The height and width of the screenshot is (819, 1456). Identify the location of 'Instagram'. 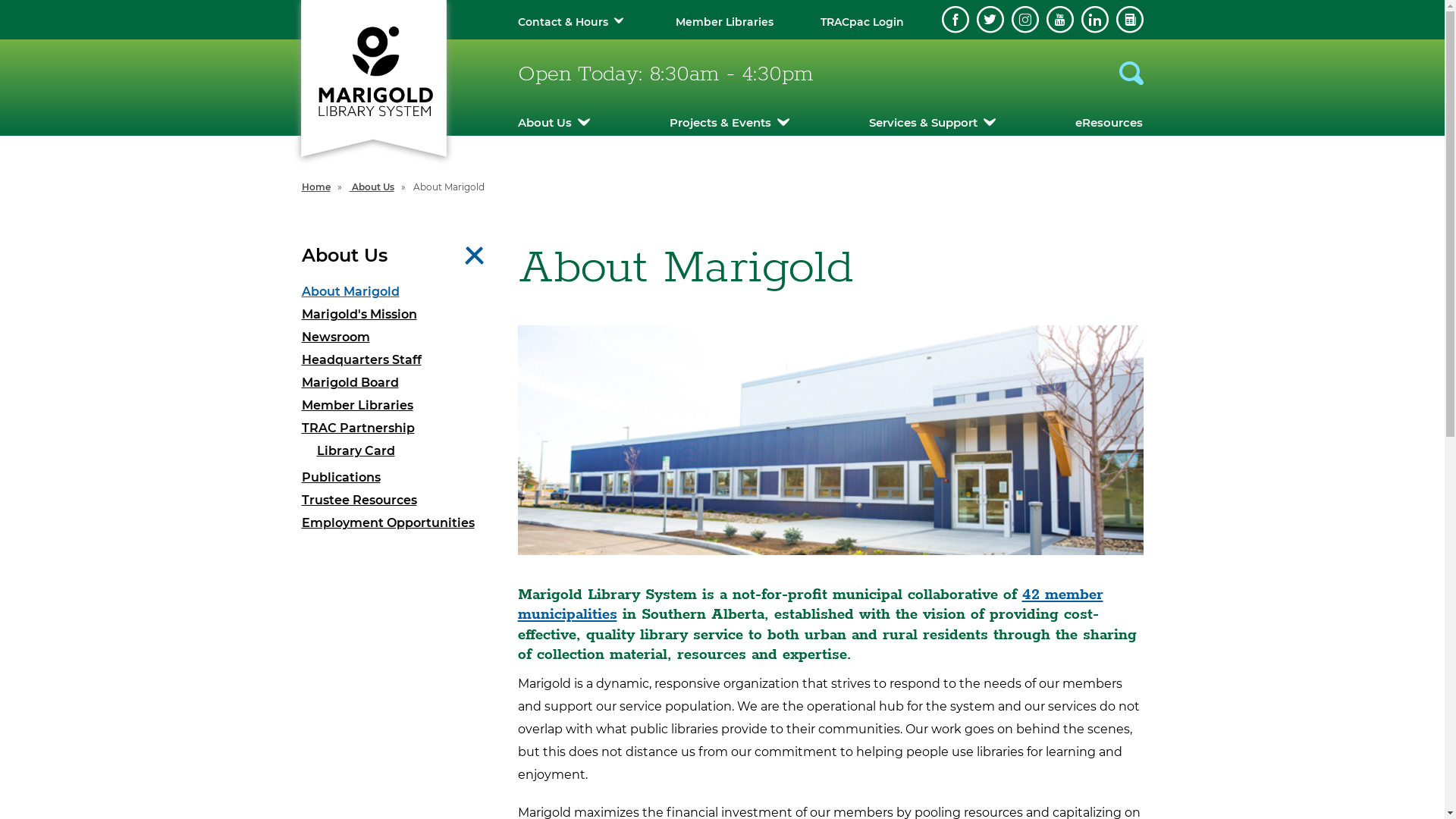
(1012, 20).